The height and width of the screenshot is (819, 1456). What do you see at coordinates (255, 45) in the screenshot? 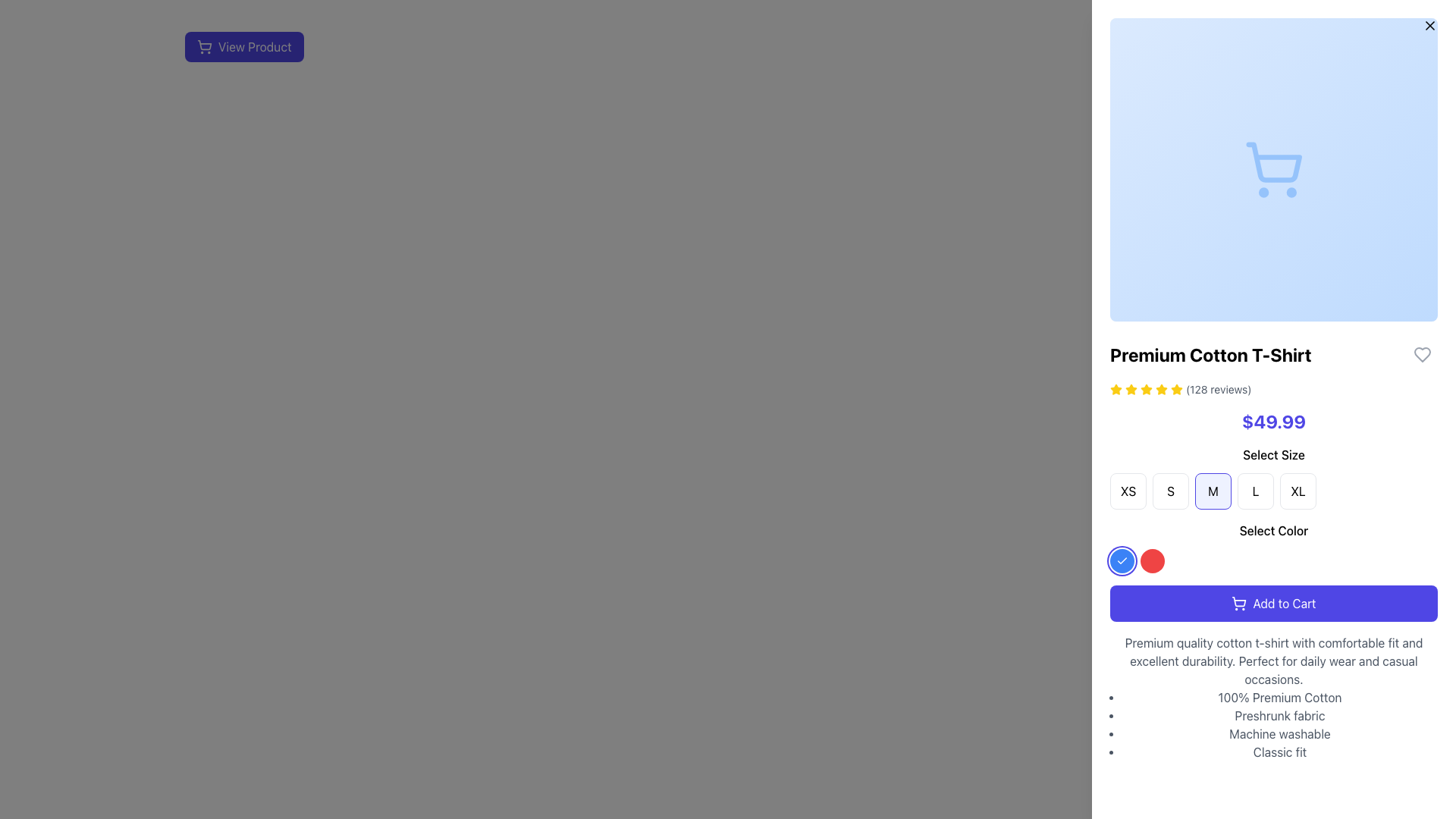
I see `the descriptive label text located within the button component in the upper left area of the layout, which is styled as a button and shares space with a shopping cart icon` at bounding box center [255, 45].